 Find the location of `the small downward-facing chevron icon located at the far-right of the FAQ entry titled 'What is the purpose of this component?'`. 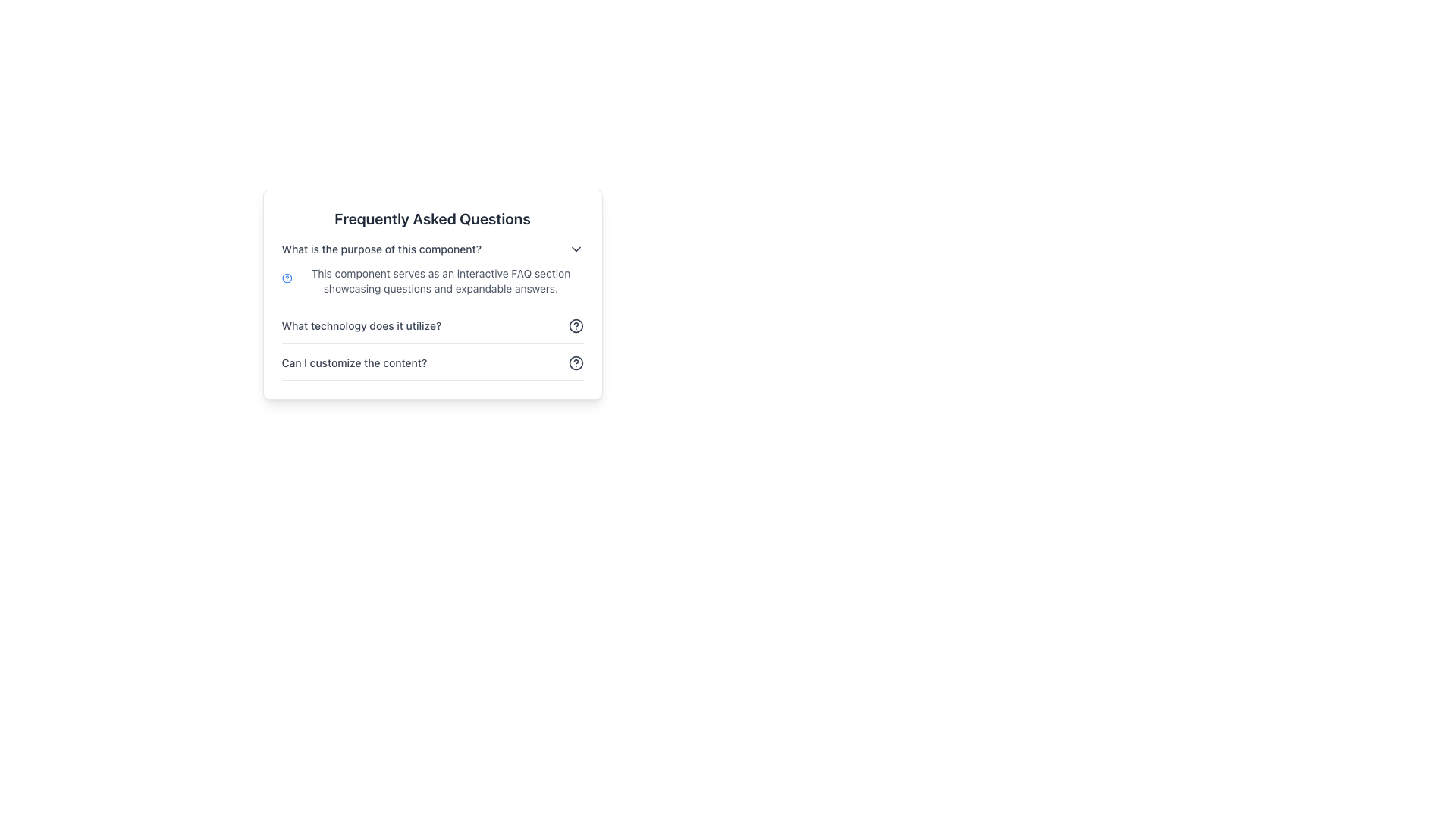

the small downward-facing chevron icon located at the far-right of the FAQ entry titled 'What is the purpose of this component?' is located at coordinates (575, 248).